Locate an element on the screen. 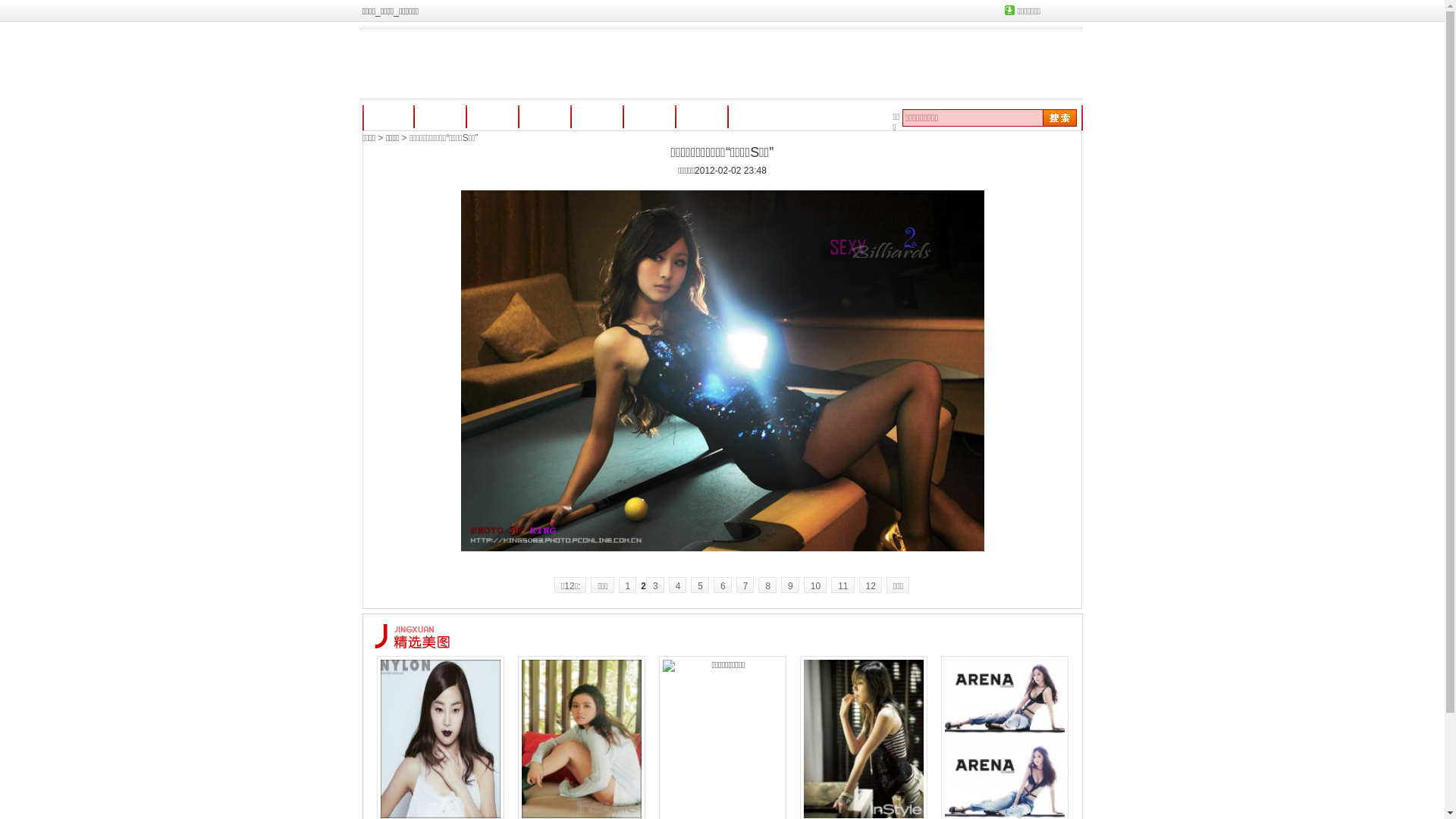 The image size is (1456, 819). '8' is located at coordinates (767, 584).